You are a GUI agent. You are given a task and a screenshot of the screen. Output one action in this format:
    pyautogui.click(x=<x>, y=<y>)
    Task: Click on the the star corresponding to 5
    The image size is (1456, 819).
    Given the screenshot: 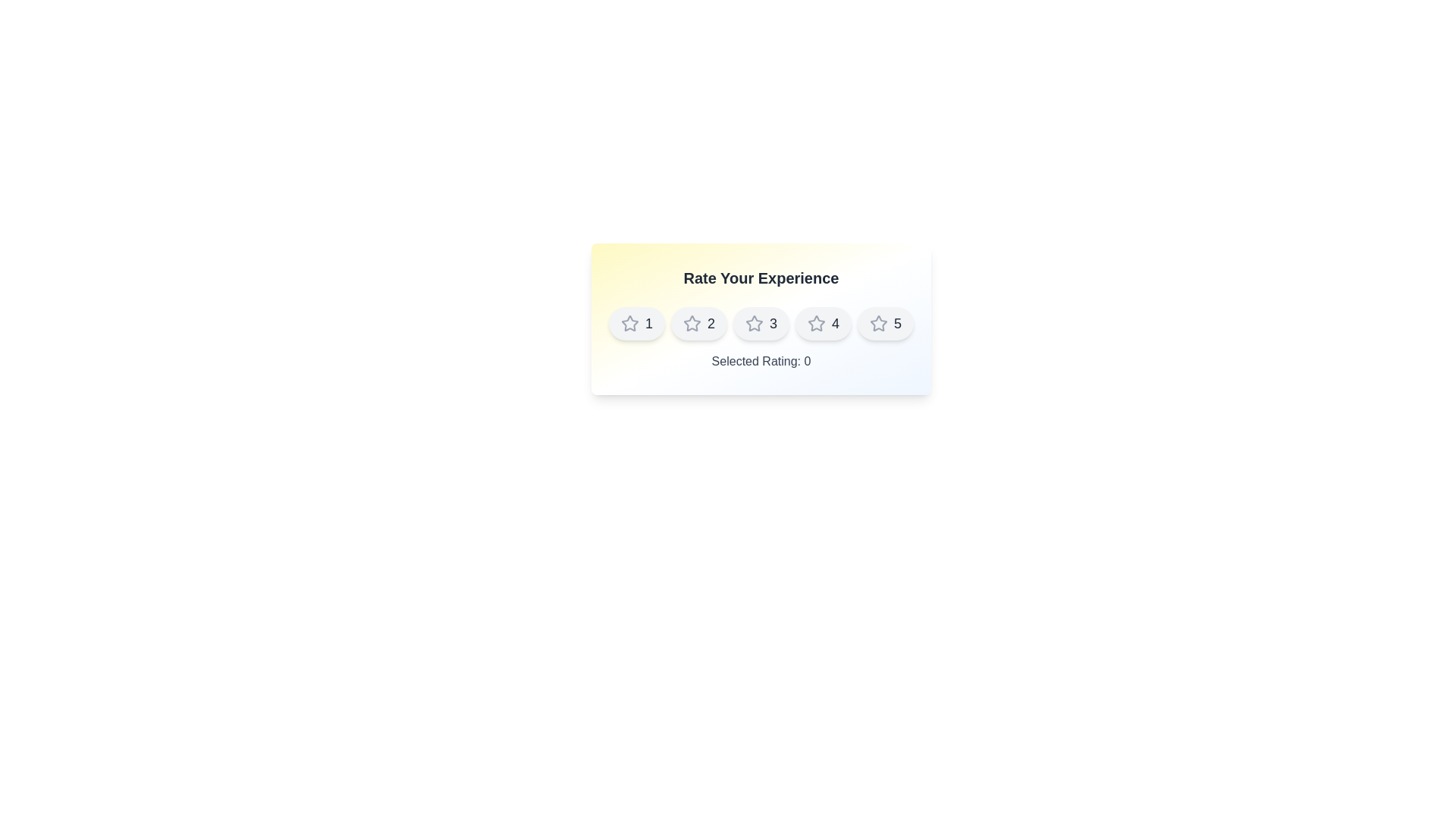 What is the action you would take?
    pyautogui.click(x=886, y=323)
    